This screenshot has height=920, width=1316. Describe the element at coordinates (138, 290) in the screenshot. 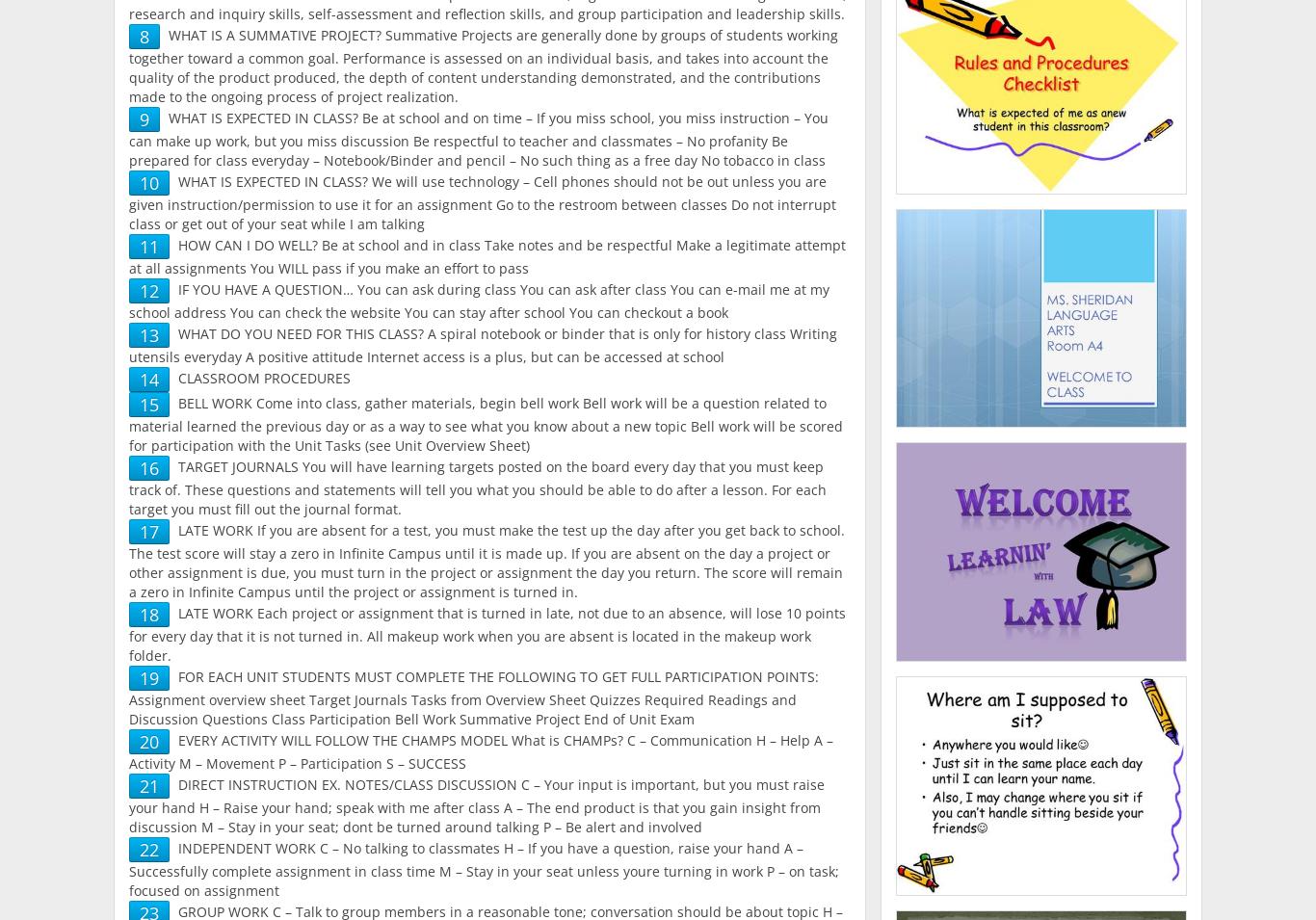

I see `'12'` at that location.